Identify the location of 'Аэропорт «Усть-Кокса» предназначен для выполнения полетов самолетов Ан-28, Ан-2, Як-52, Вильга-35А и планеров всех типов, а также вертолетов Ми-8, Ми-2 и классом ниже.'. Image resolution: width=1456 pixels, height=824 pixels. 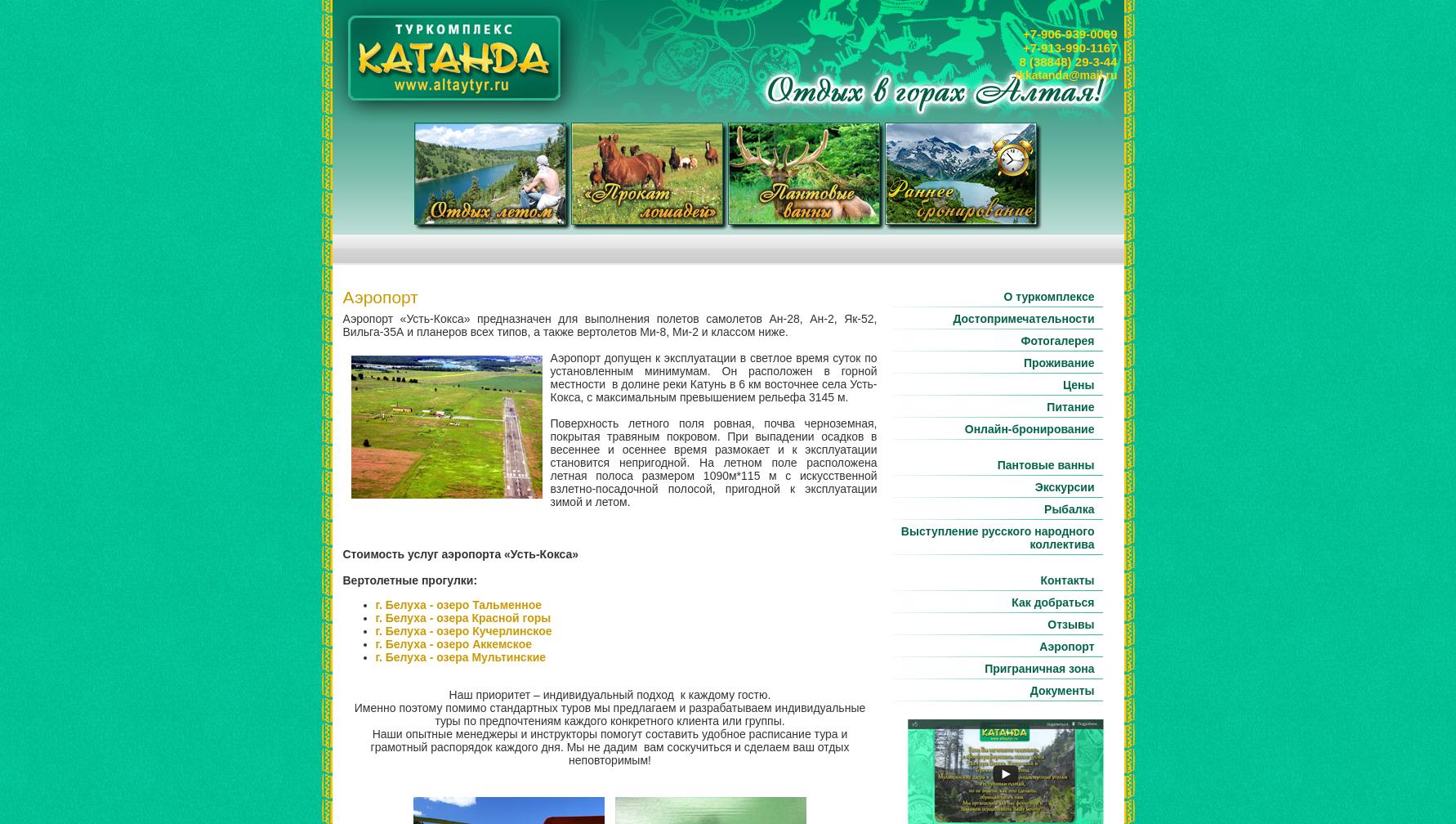
(609, 325).